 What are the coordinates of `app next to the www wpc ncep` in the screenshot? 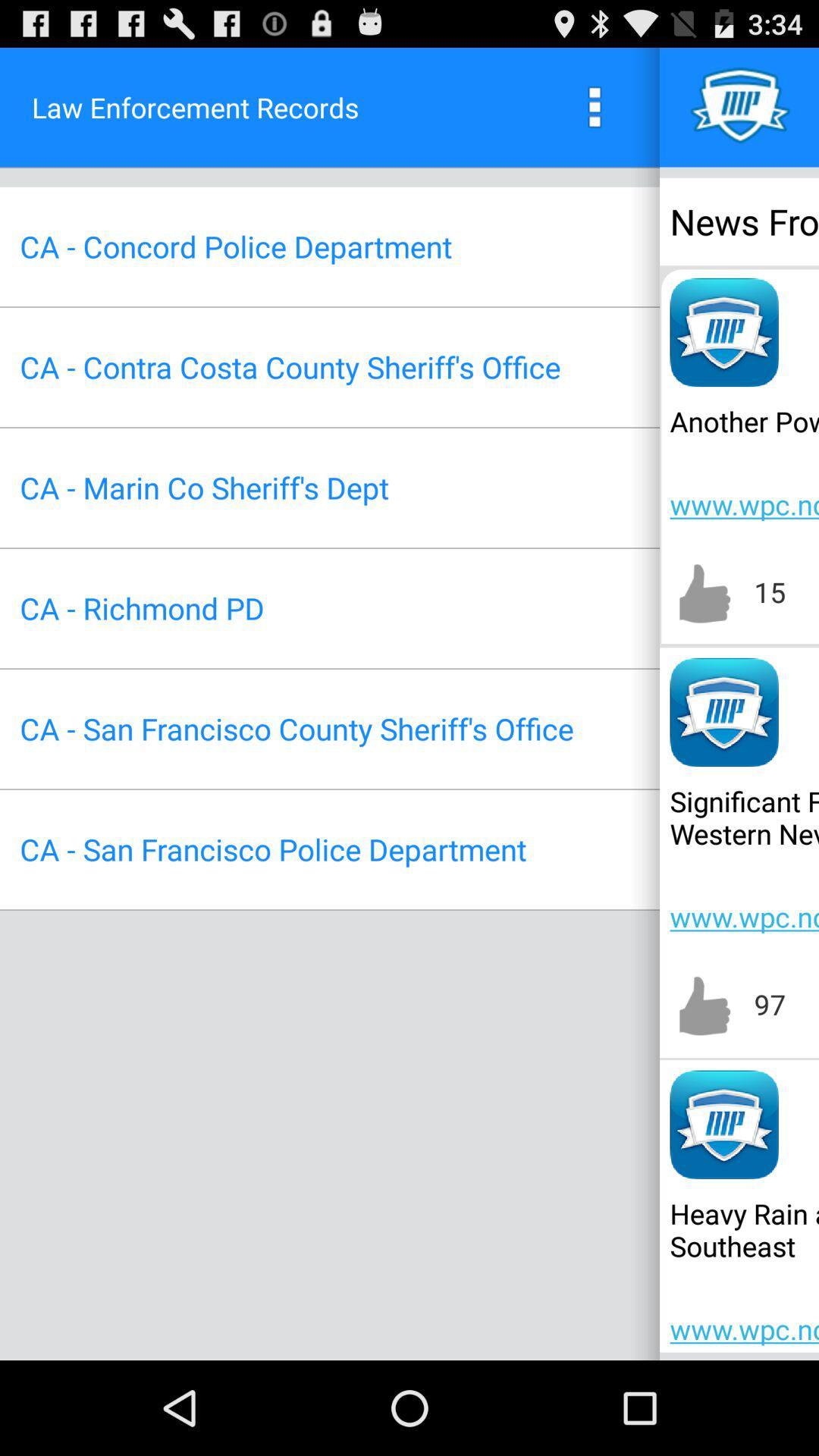 It's located at (203, 488).